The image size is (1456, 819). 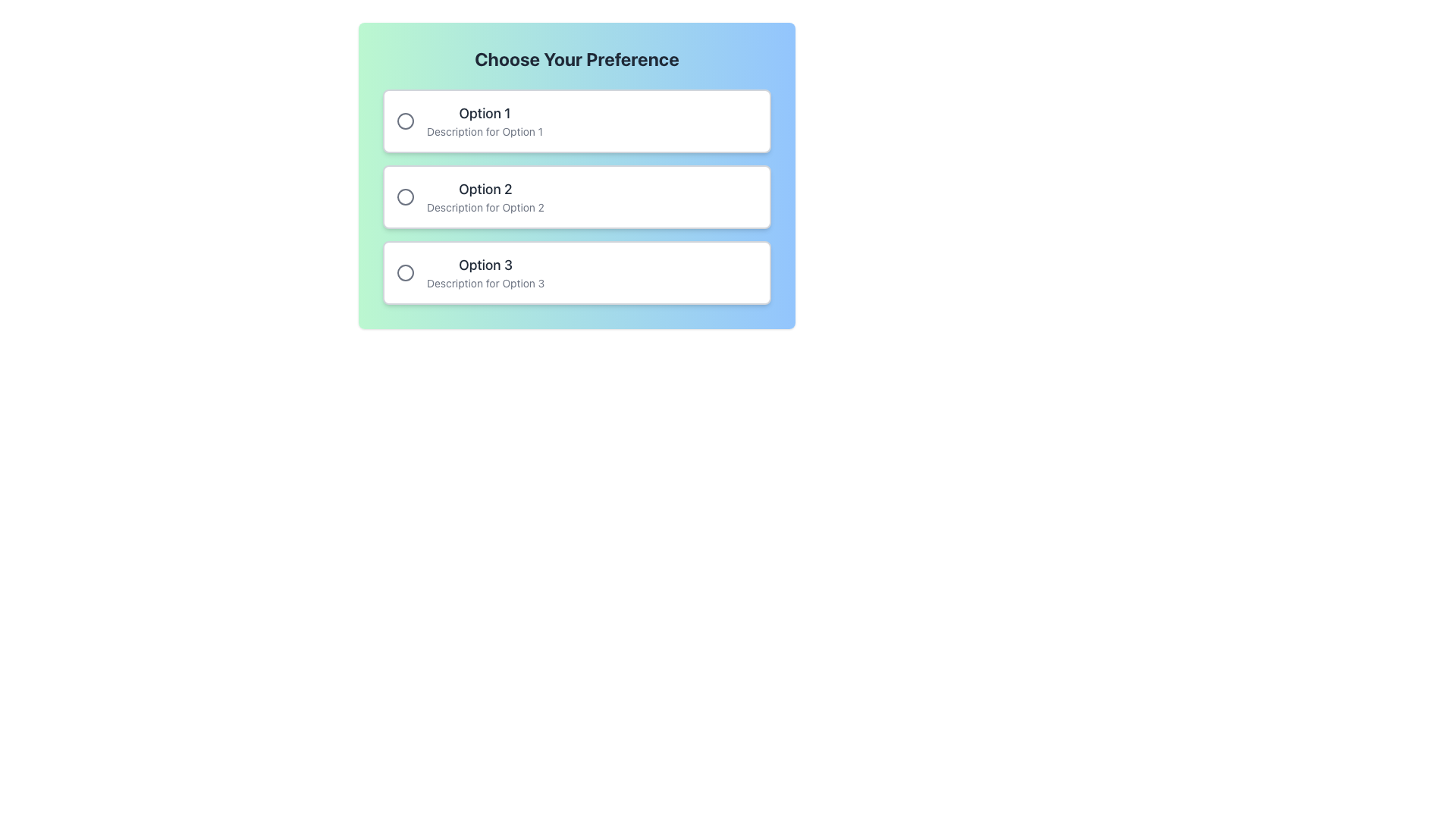 What do you see at coordinates (469, 196) in the screenshot?
I see `the text block titled 'Option 2' in the second selectable option card` at bounding box center [469, 196].